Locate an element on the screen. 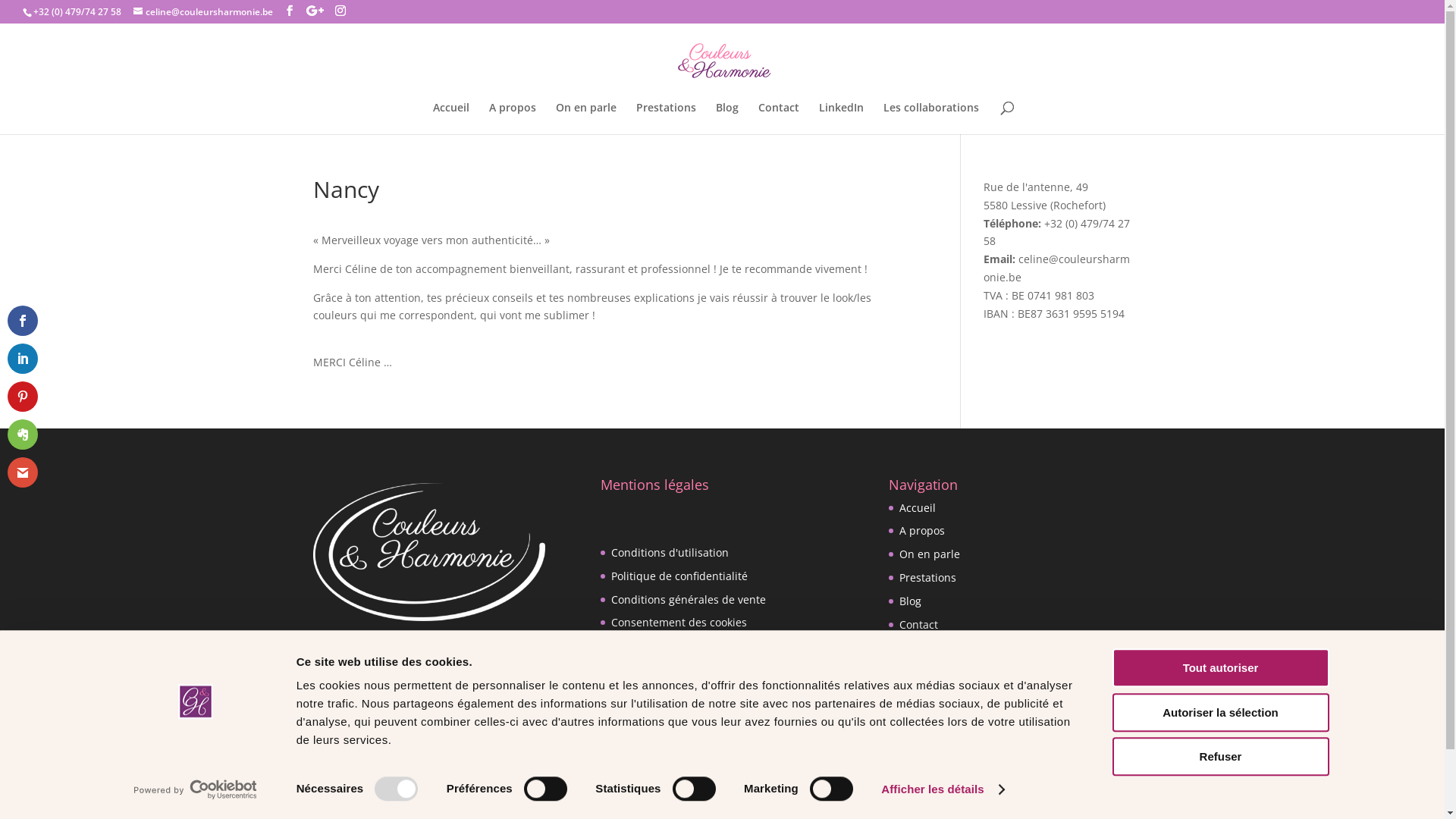 Image resolution: width=1456 pixels, height=819 pixels. 'Blog' is located at coordinates (726, 117).